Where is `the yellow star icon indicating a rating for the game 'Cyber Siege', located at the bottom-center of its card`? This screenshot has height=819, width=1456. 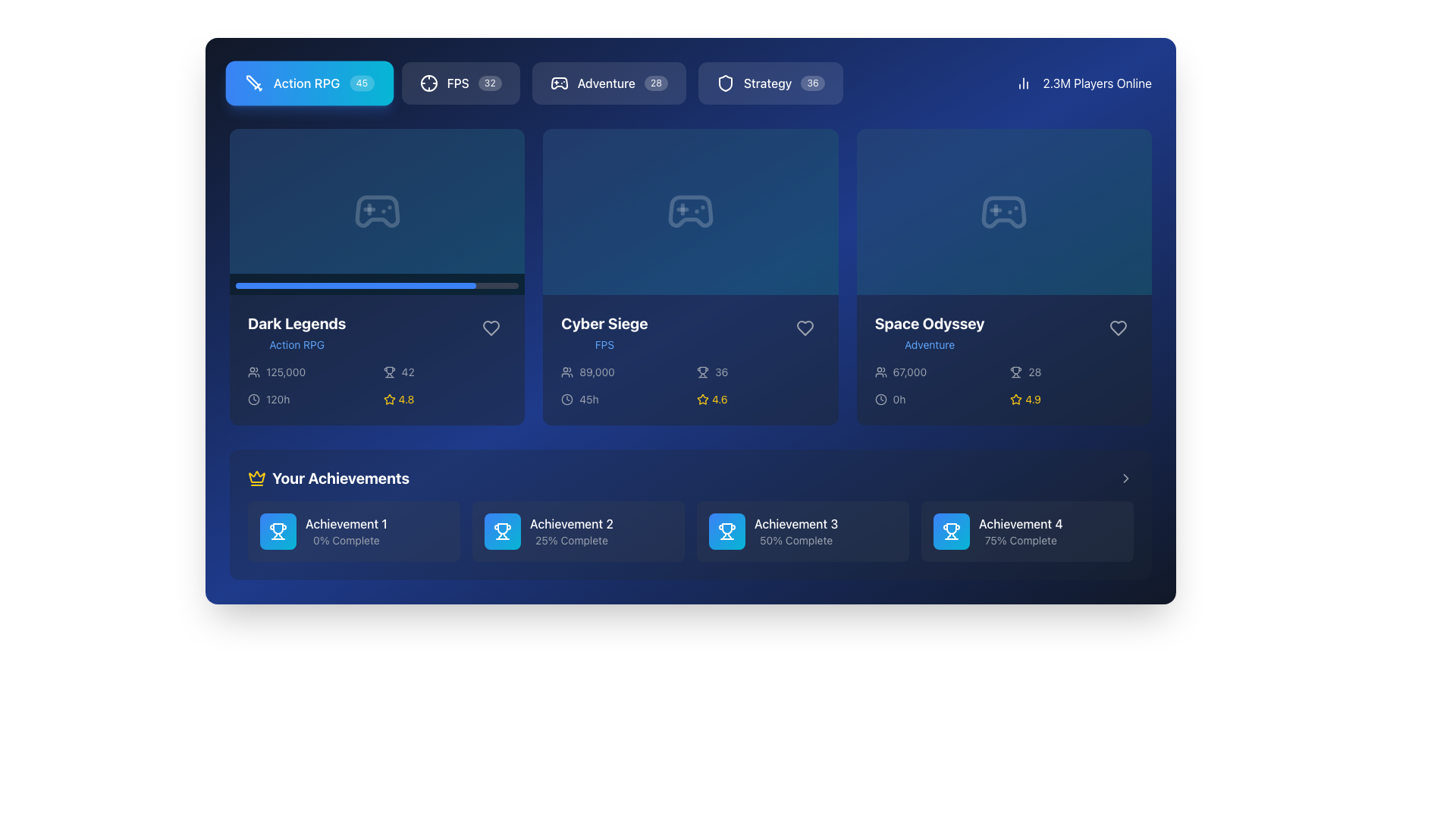
the yellow star icon indicating a rating for the game 'Cyber Siege', located at the bottom-center of its card is located at coordinates (701, 398).